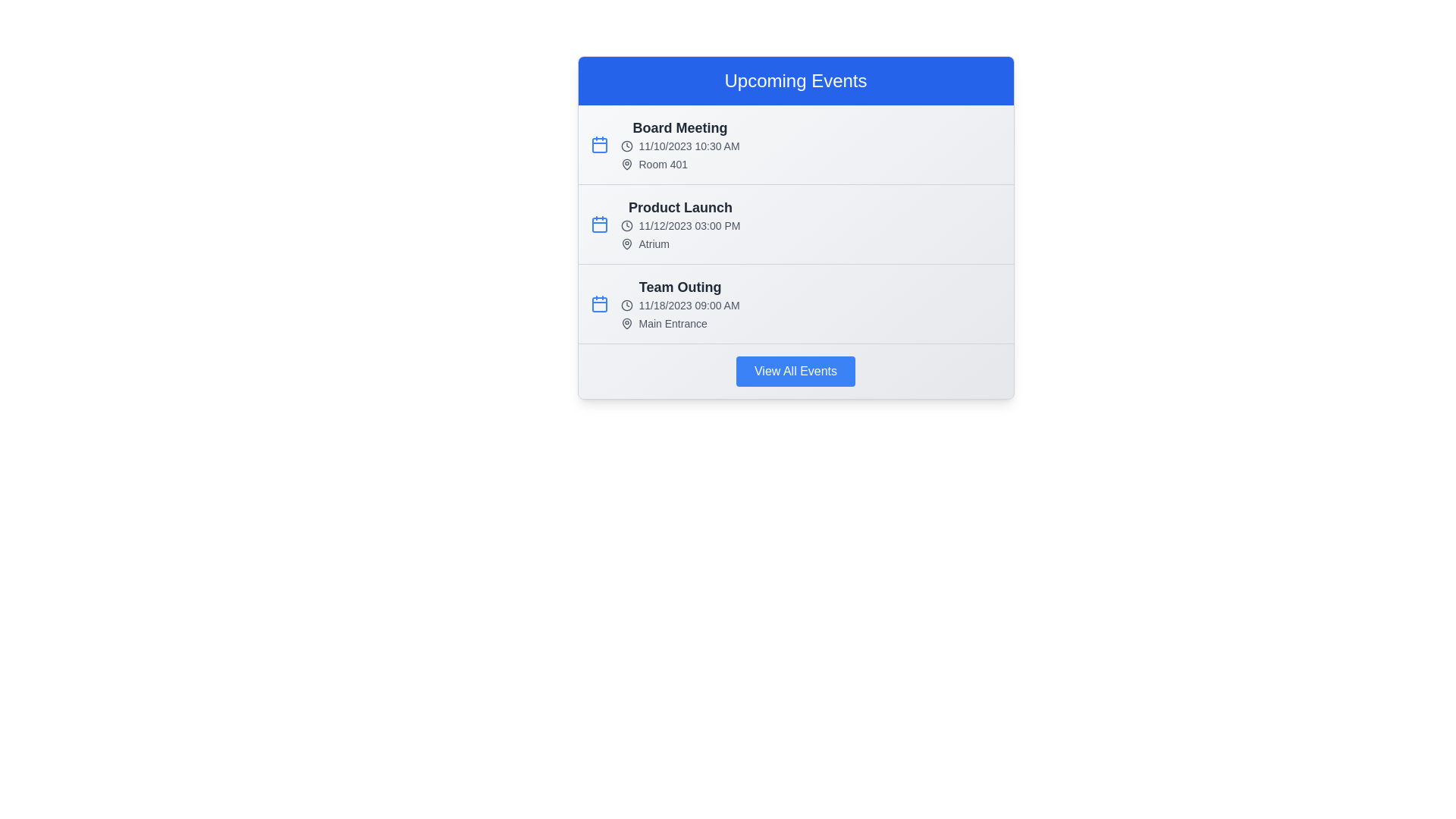 The image size is (1456, 819). I want to click on the scheduled date and time text element for the 'Board Meeting' event, which is located in the 'Upcoming Events' section, positioned below the event title and above 'Room 401', adjacent to the clock icon, so click(679, 146).